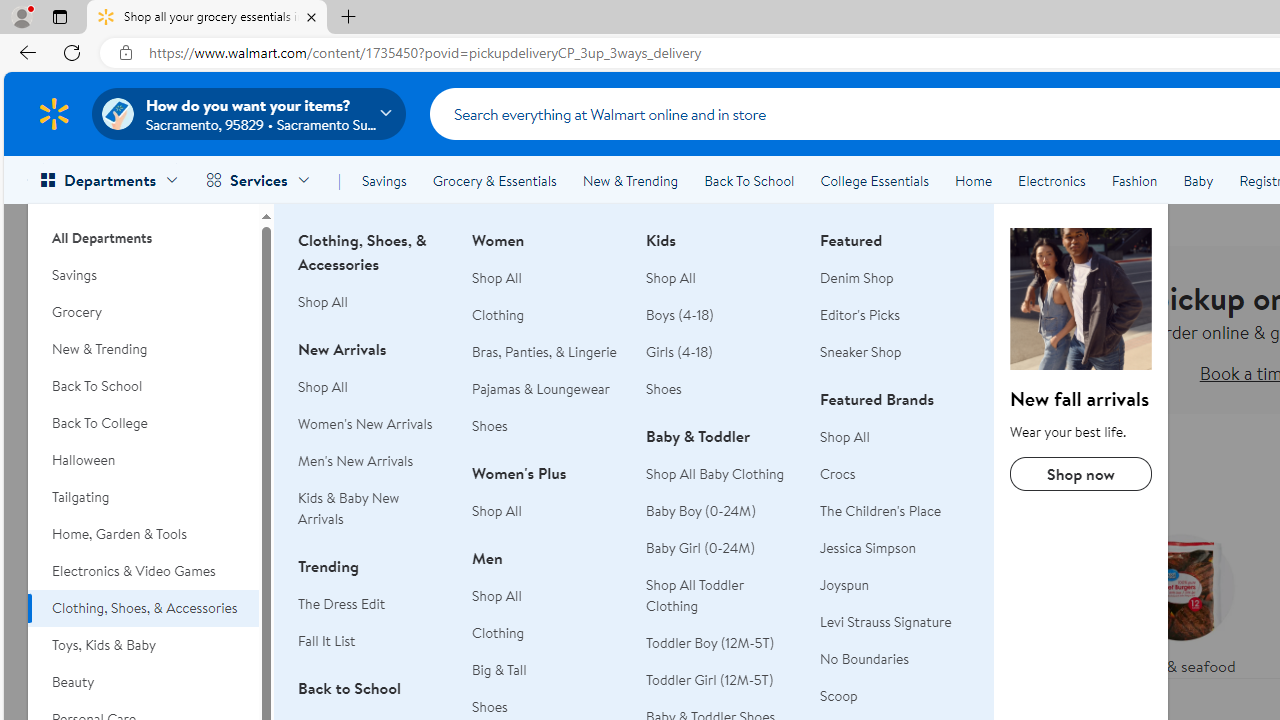 This screenshot has height=720, width=1280. What do you see at coordinates (845, 585) in the screenshot?
I see `'Joyspun'` at bounding box center [845, 585].